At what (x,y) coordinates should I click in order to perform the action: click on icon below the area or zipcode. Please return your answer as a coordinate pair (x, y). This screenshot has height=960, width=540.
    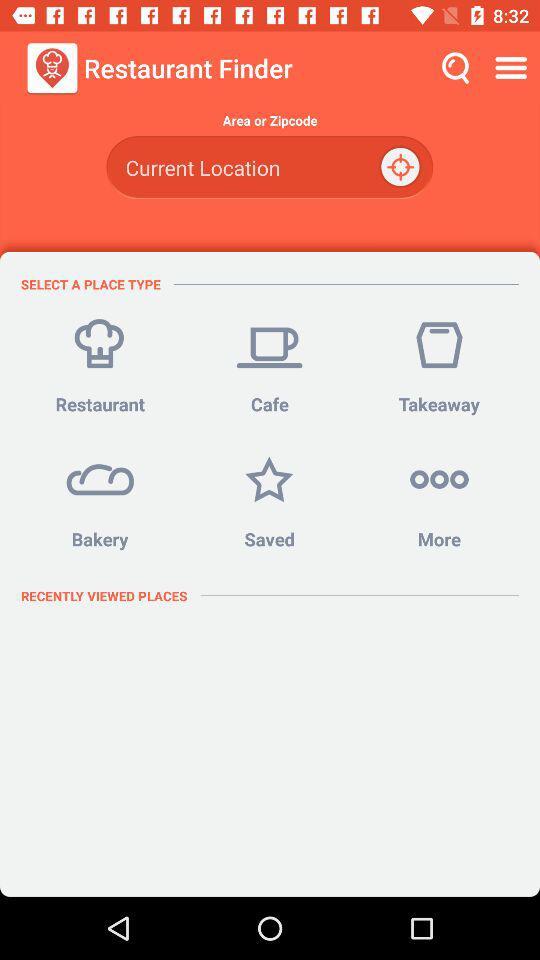
    Looking at the image, I should click on (402, 166).